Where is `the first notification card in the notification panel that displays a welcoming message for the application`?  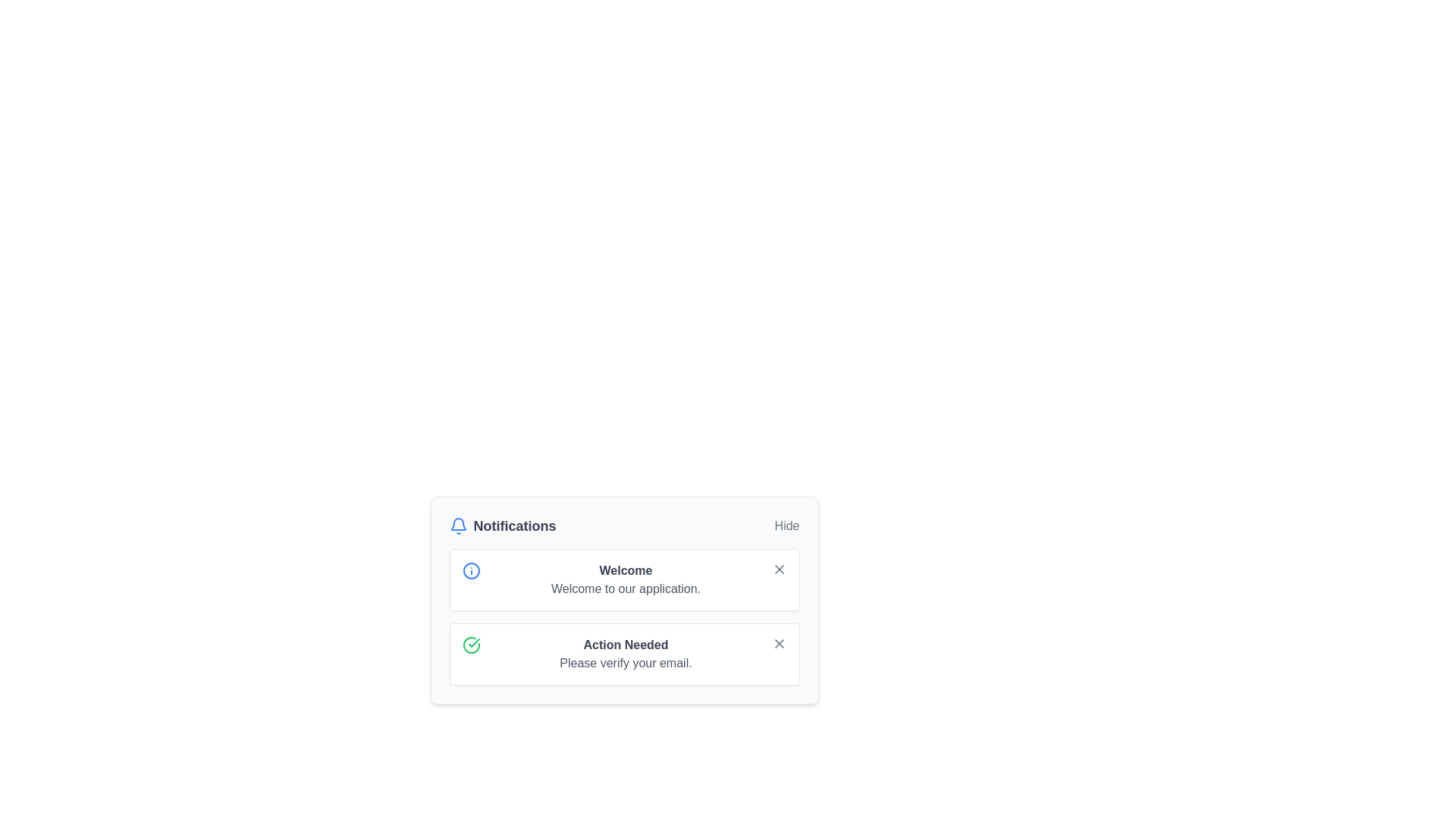
the first notification card in the notification panel that displays a welcoming message for the application is located at coordinates (624, 599).